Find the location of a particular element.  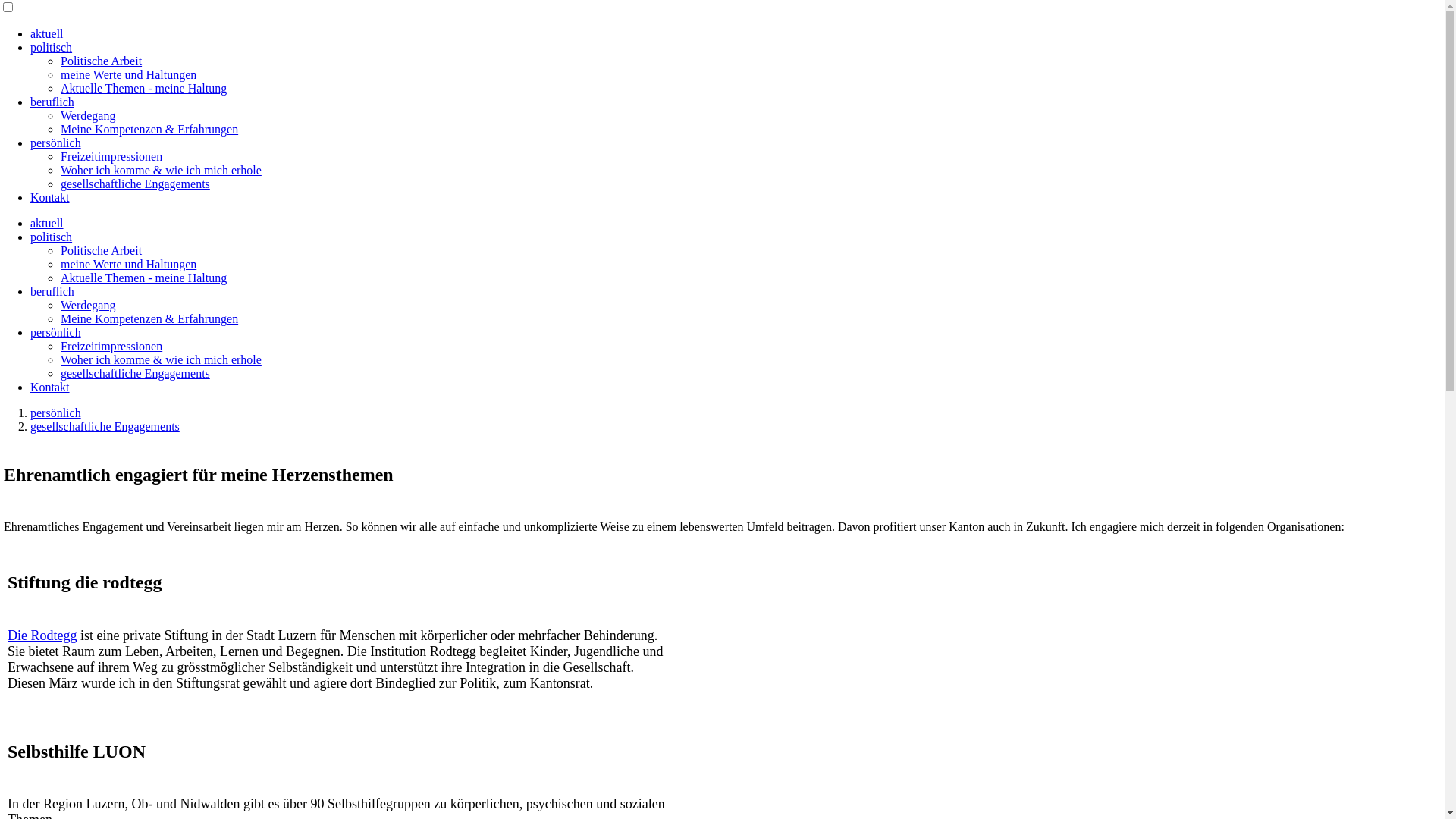

'Freizeitimpressionen' is located at coordinates (111, 156).